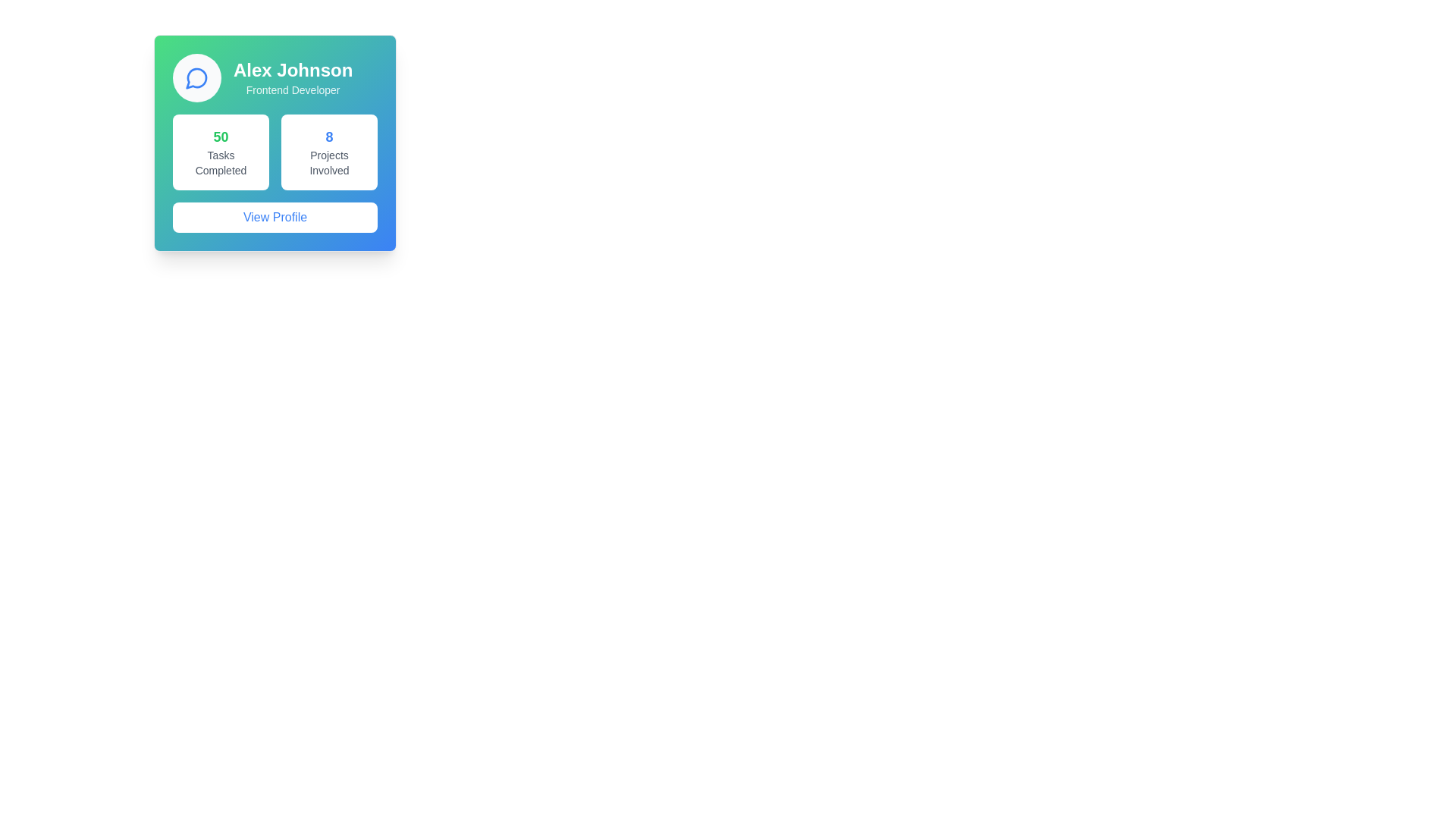  I want to click on the Information display panel containing two statistic cards located below the title 'Alex Johnson, Frontend Developer' and above the 'View Profile' button, so click(275, 152).